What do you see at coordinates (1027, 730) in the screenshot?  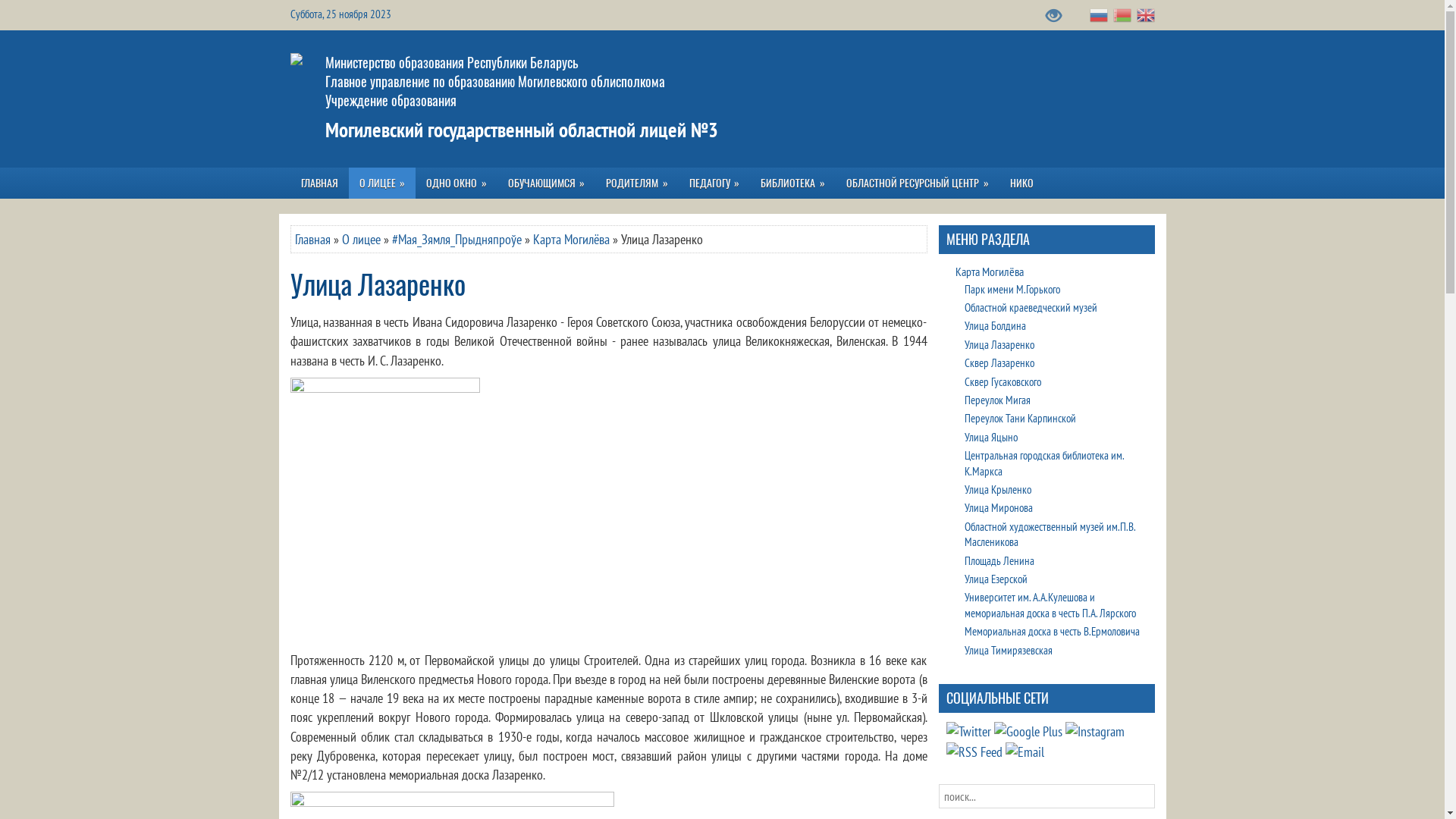 I see `'Youtube'` at bounding box center [1027, 730].